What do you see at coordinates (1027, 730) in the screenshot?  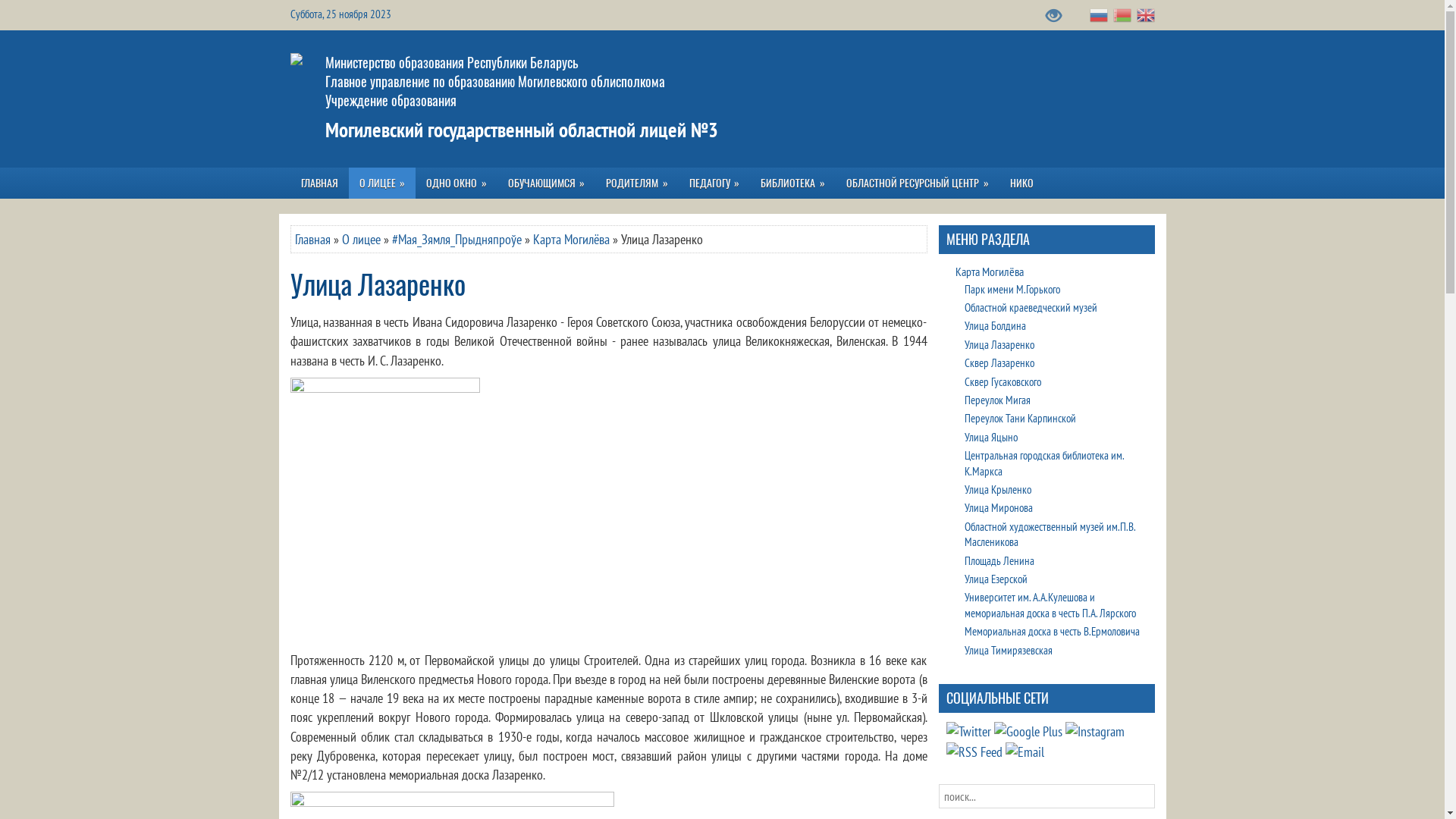 I see `'Youtube'` at bounding box center [1027, 730].